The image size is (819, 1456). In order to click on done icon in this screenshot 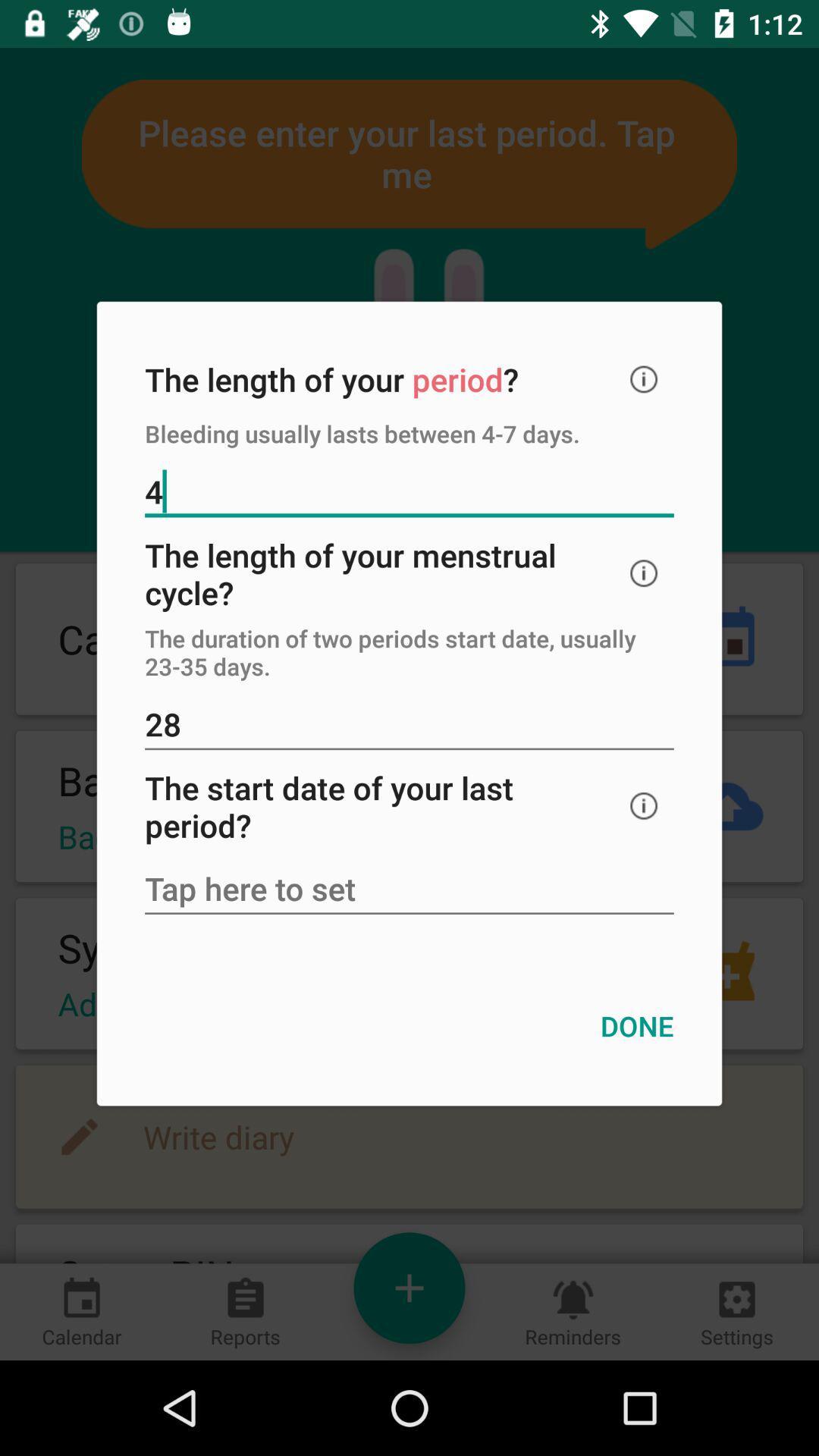, I will do `click(637, 1026)`.